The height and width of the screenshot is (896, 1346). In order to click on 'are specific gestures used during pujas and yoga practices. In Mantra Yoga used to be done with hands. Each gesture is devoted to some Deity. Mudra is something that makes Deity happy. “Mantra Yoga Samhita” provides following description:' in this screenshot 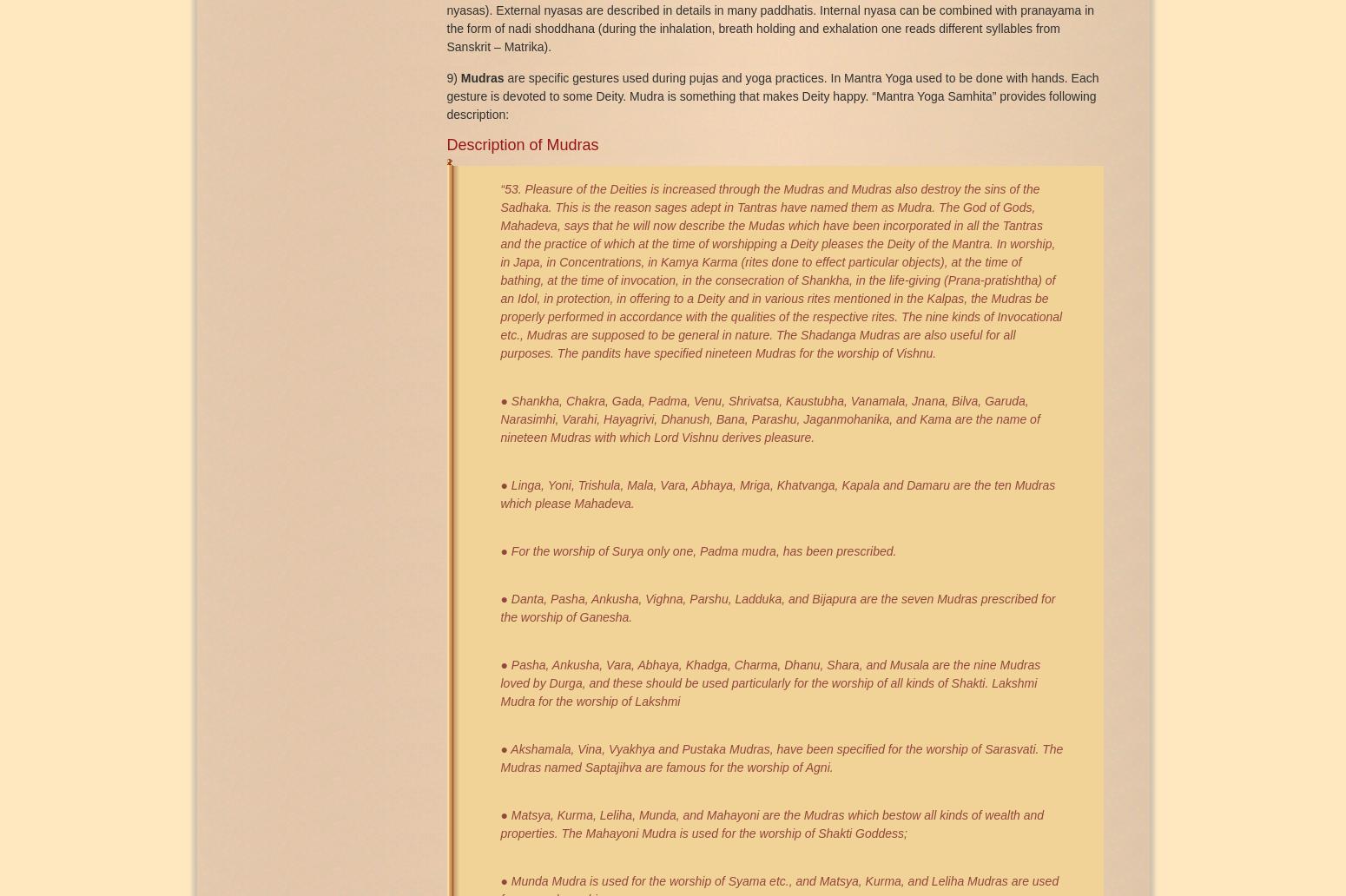, I will do `click(445, 96)`.